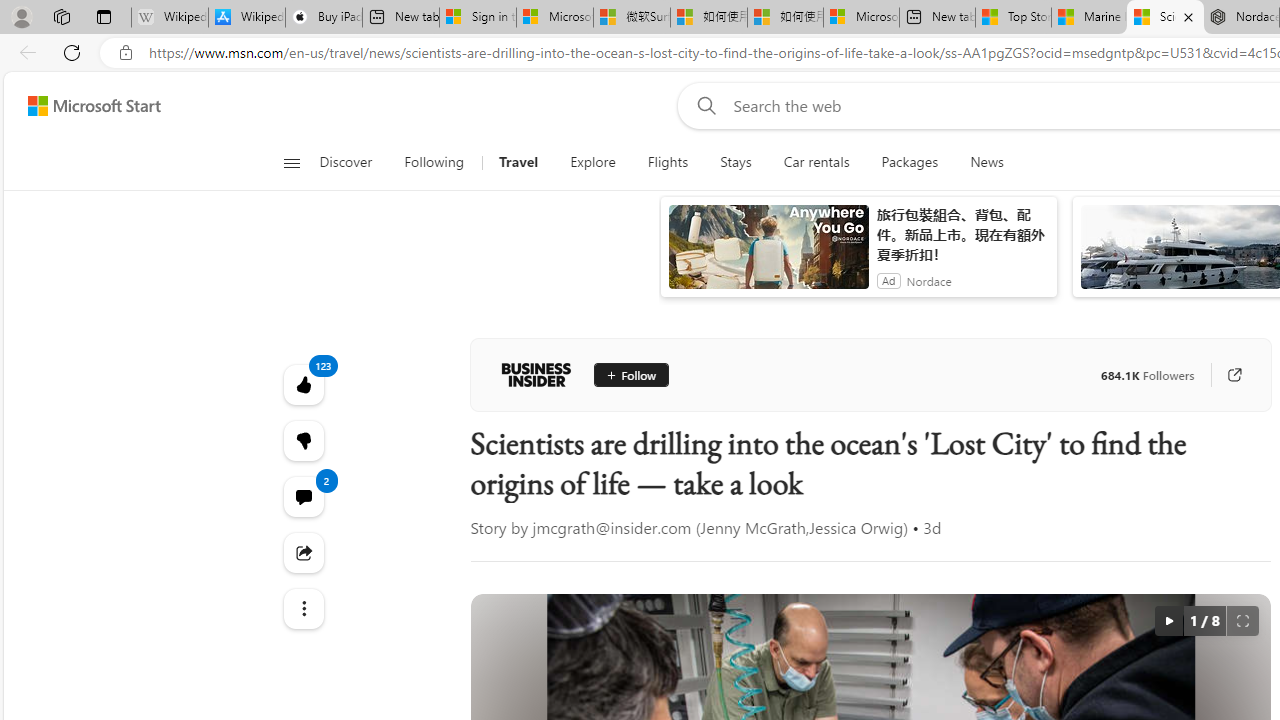 The width and height of the screenshot is (1280, 720). I want to click on '123', so click(302, 440).